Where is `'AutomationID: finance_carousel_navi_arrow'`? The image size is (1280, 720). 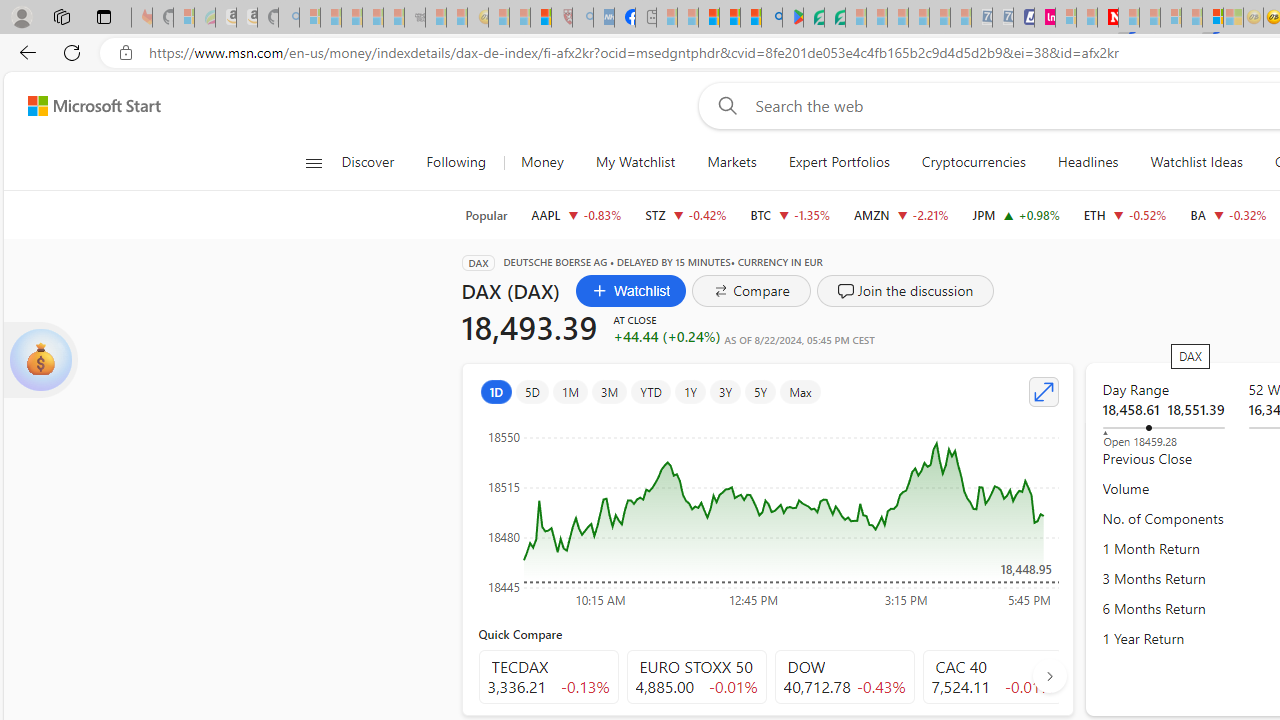
'AutomationID: finance_carousel_navi_arrow' is located at coordinates (1048, 675).